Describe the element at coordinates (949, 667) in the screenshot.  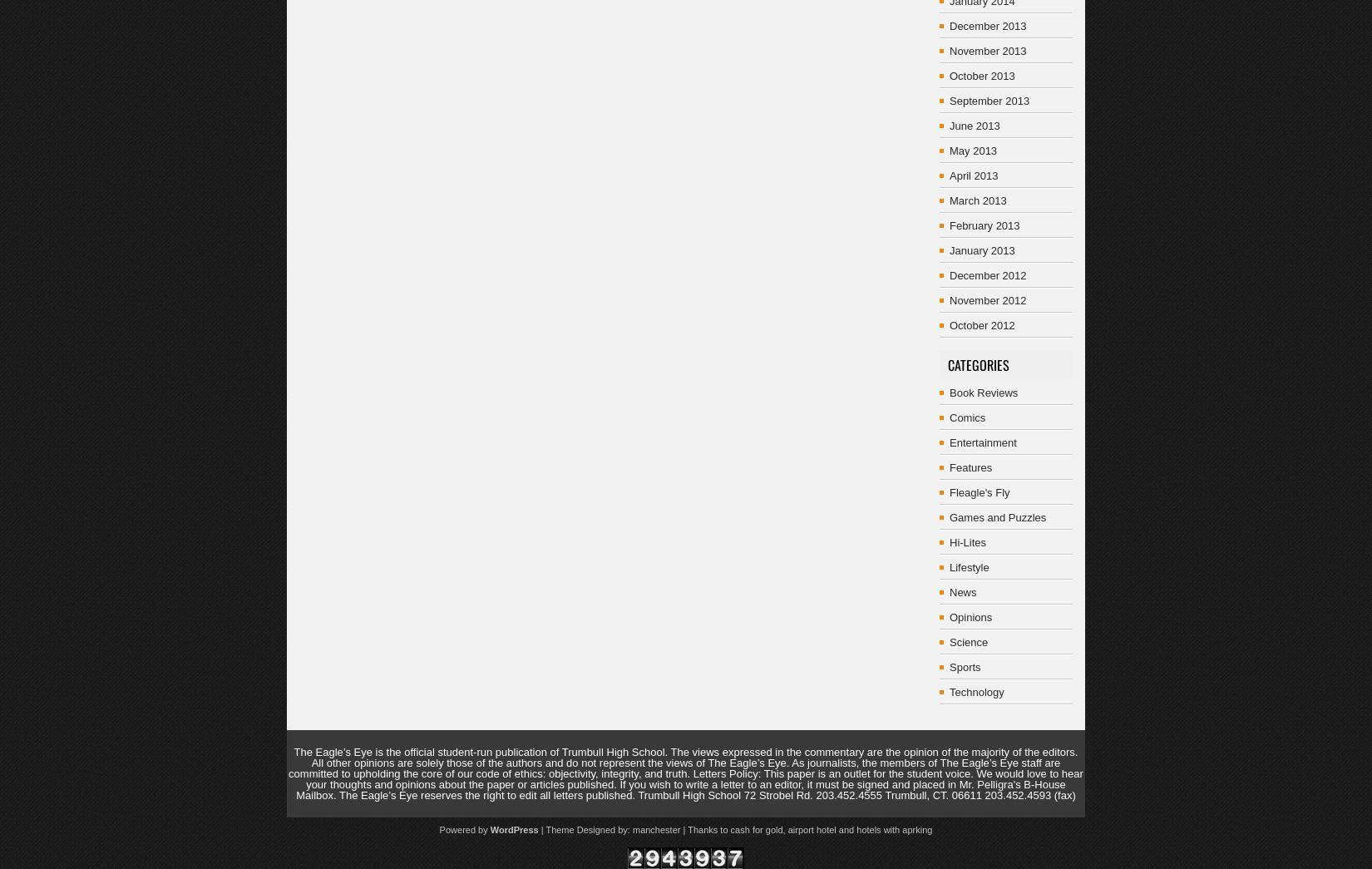
I see `'Sports'` at that location.